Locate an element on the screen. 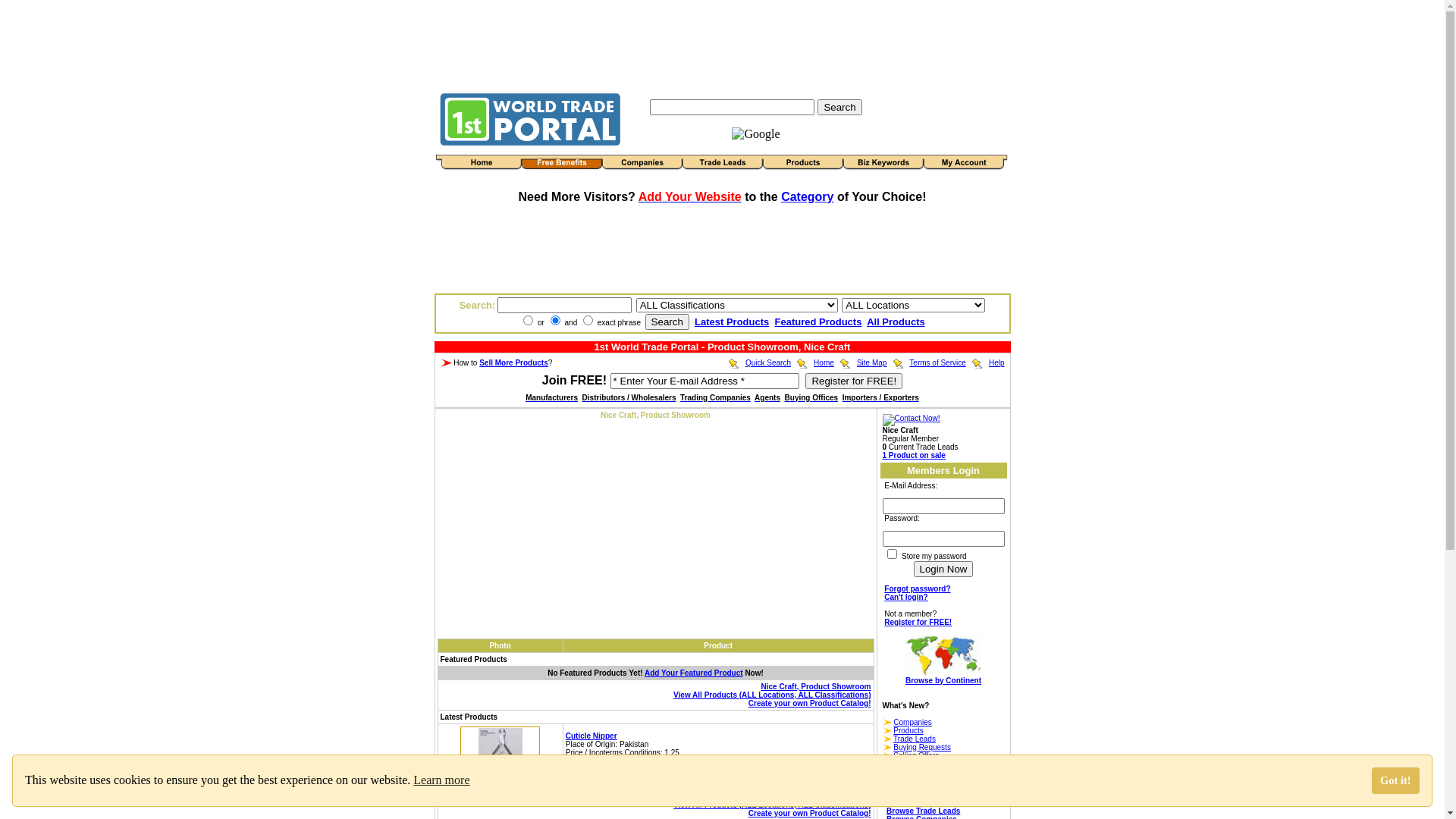 The height and width of the screenshot is (819, 1456). 'All Products' is located at coordinates (896, 321).